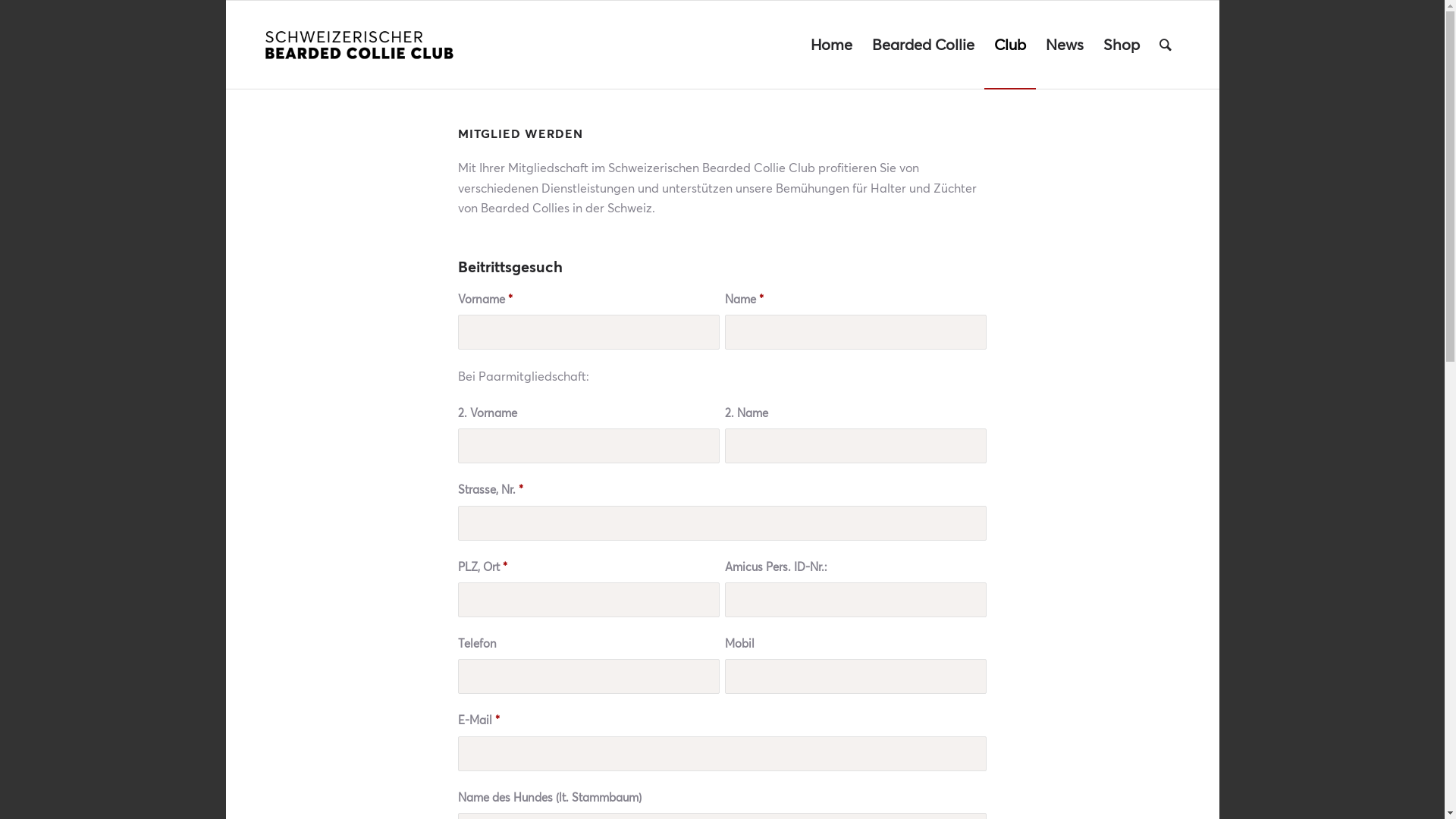  I want to click on 'News', so click(1035, 43).